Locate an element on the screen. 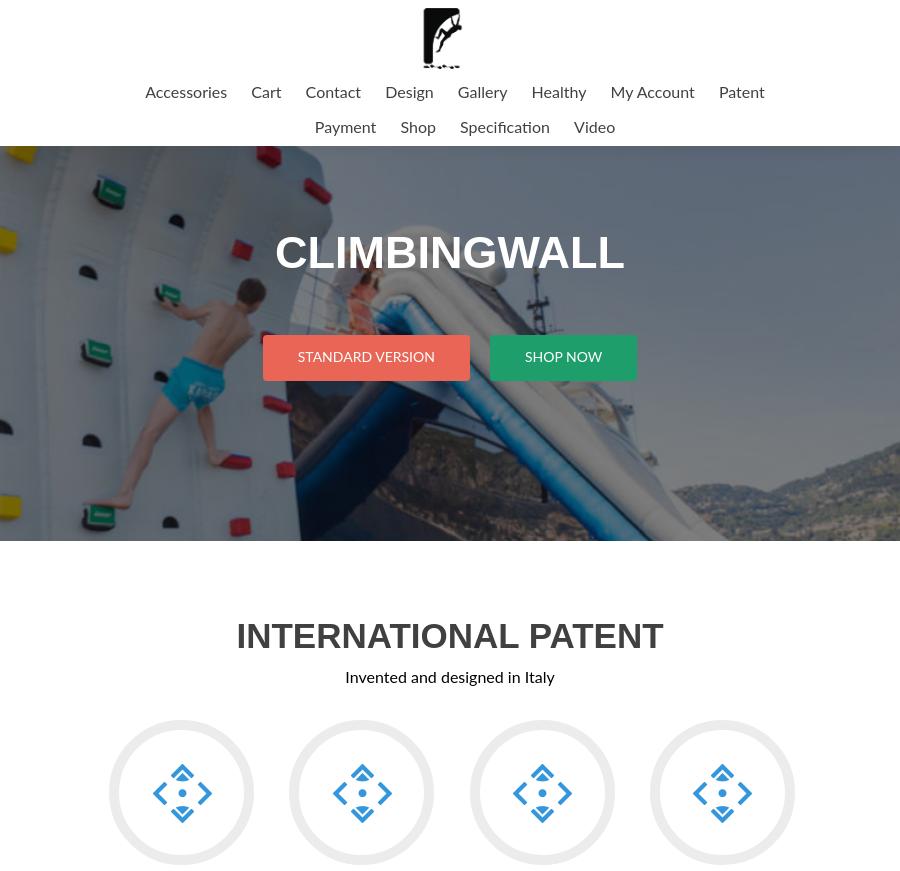 This screenshot has height=871, width=900. 'Payment' is located at coordinates (344, 127).